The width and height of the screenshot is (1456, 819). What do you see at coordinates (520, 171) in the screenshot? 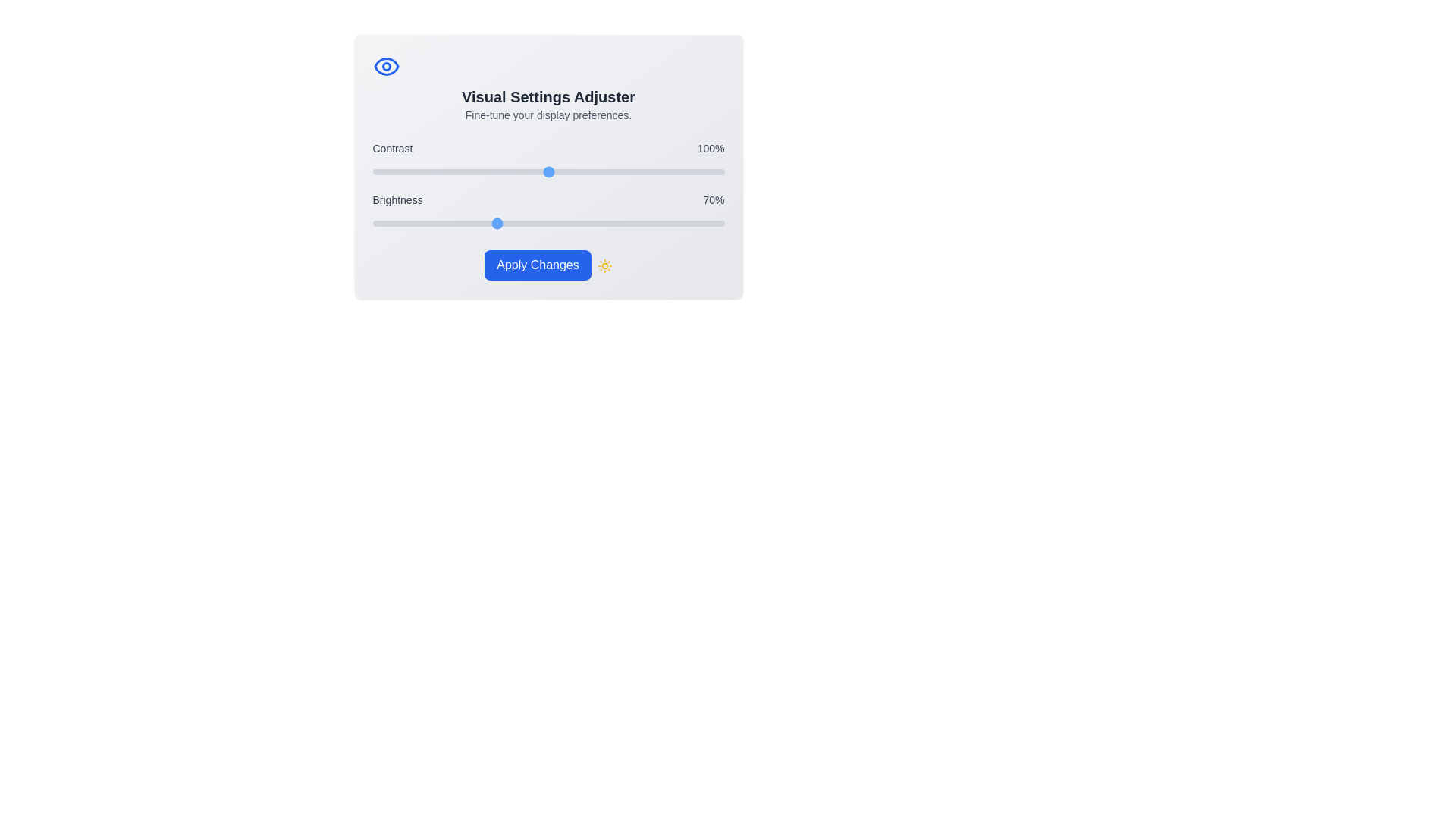
I see `the 'Contrast' slider to 84% by dragging the slider to the corresponding position` at bounding box center [520, 171].